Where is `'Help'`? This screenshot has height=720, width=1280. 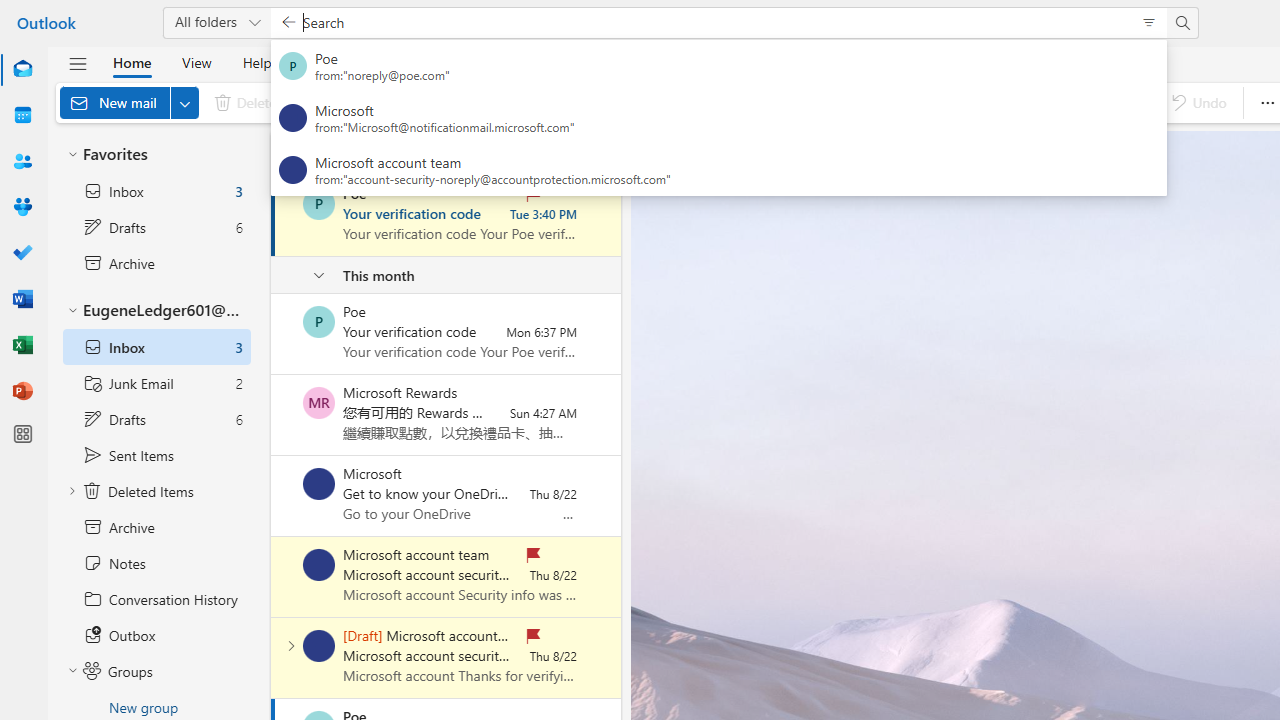
'Help' is located at coordinates (255, 61).